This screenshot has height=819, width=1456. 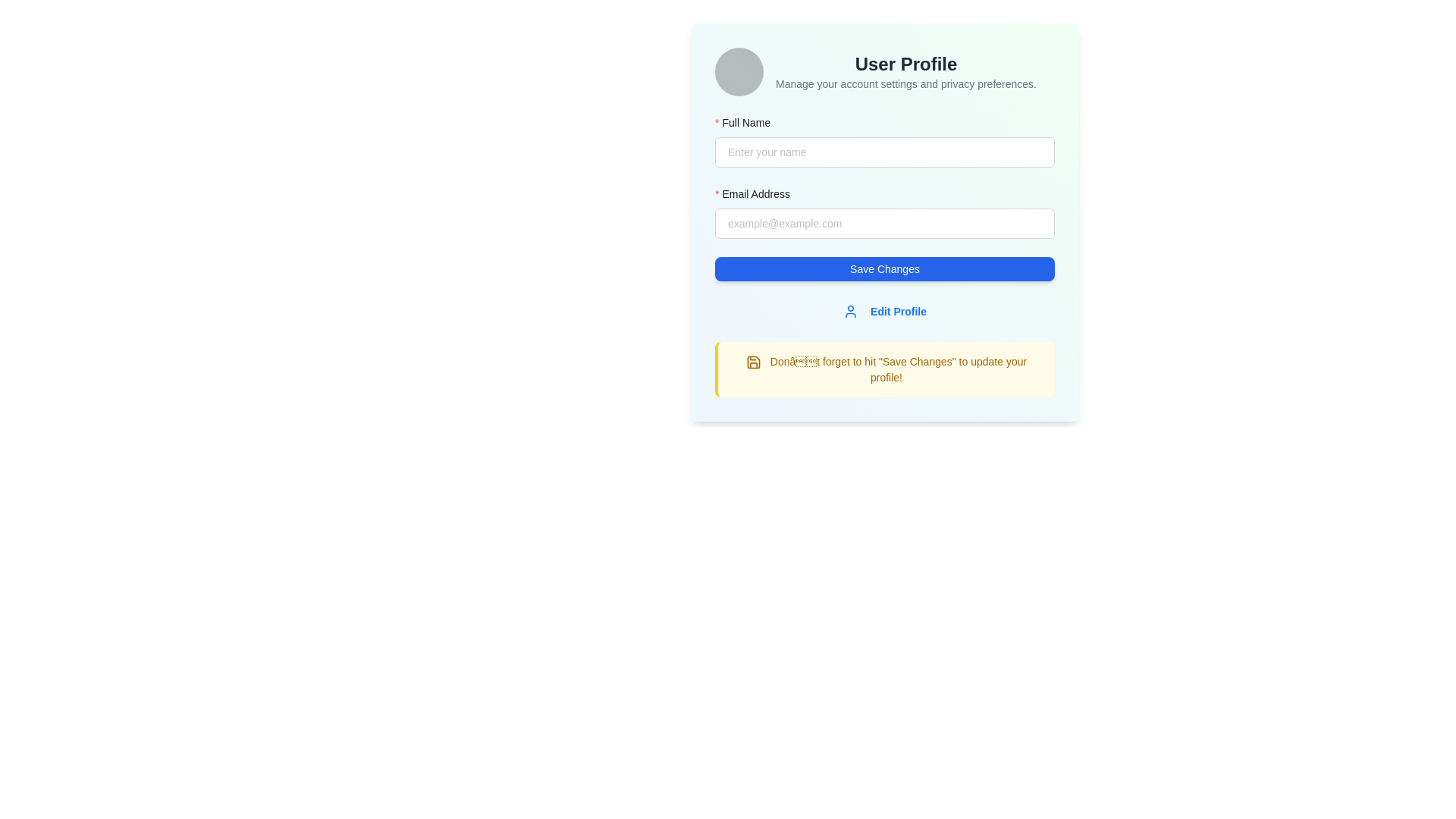 What do you see at coordinates (753, 362) in the screenshot?
I see `the 'save' icon located near the bottom center of the interface, which represents the ability to save data` at bounding box center [753, 362].